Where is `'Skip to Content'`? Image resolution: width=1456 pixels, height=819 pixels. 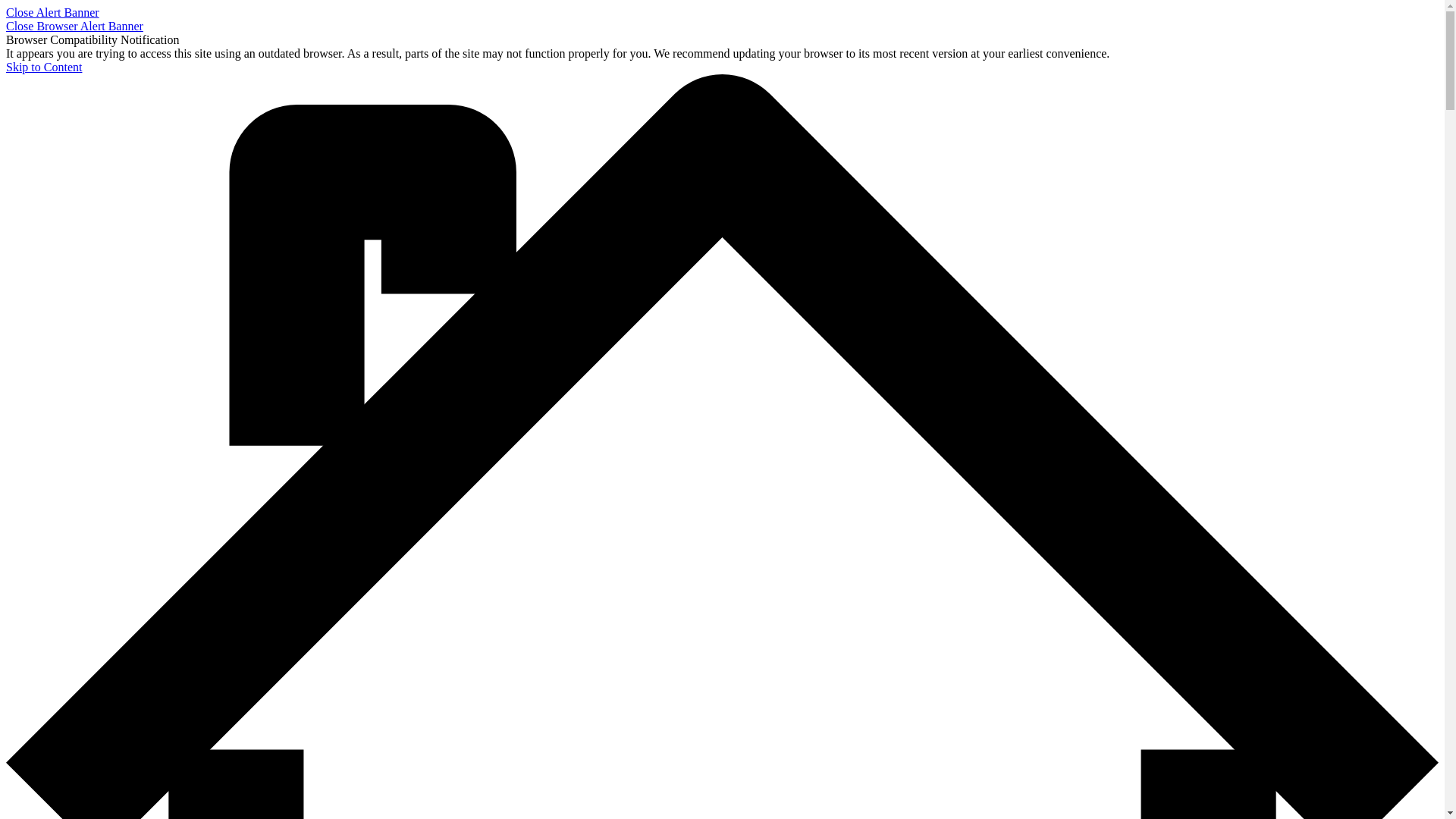
'Skip to Content' is located at coordinates (43, 66).